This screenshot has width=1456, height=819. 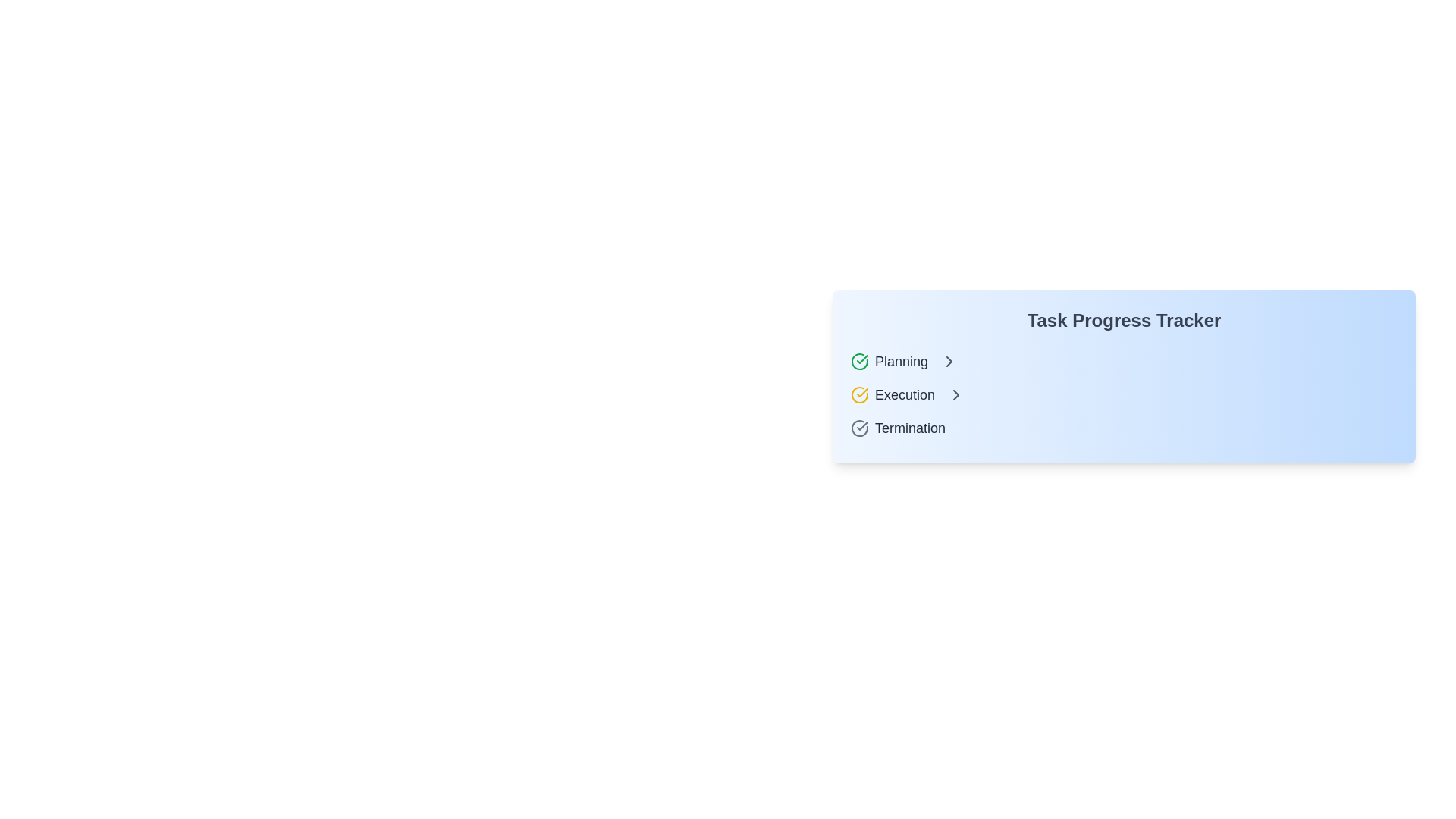 I want to click on text of the label displaying 'Planning', which is a prominent gray bold text located in a horizontal row, positioned between a green checkmark icon on the left and a right-arrow chevron on the right, so click(x=902, y=362).